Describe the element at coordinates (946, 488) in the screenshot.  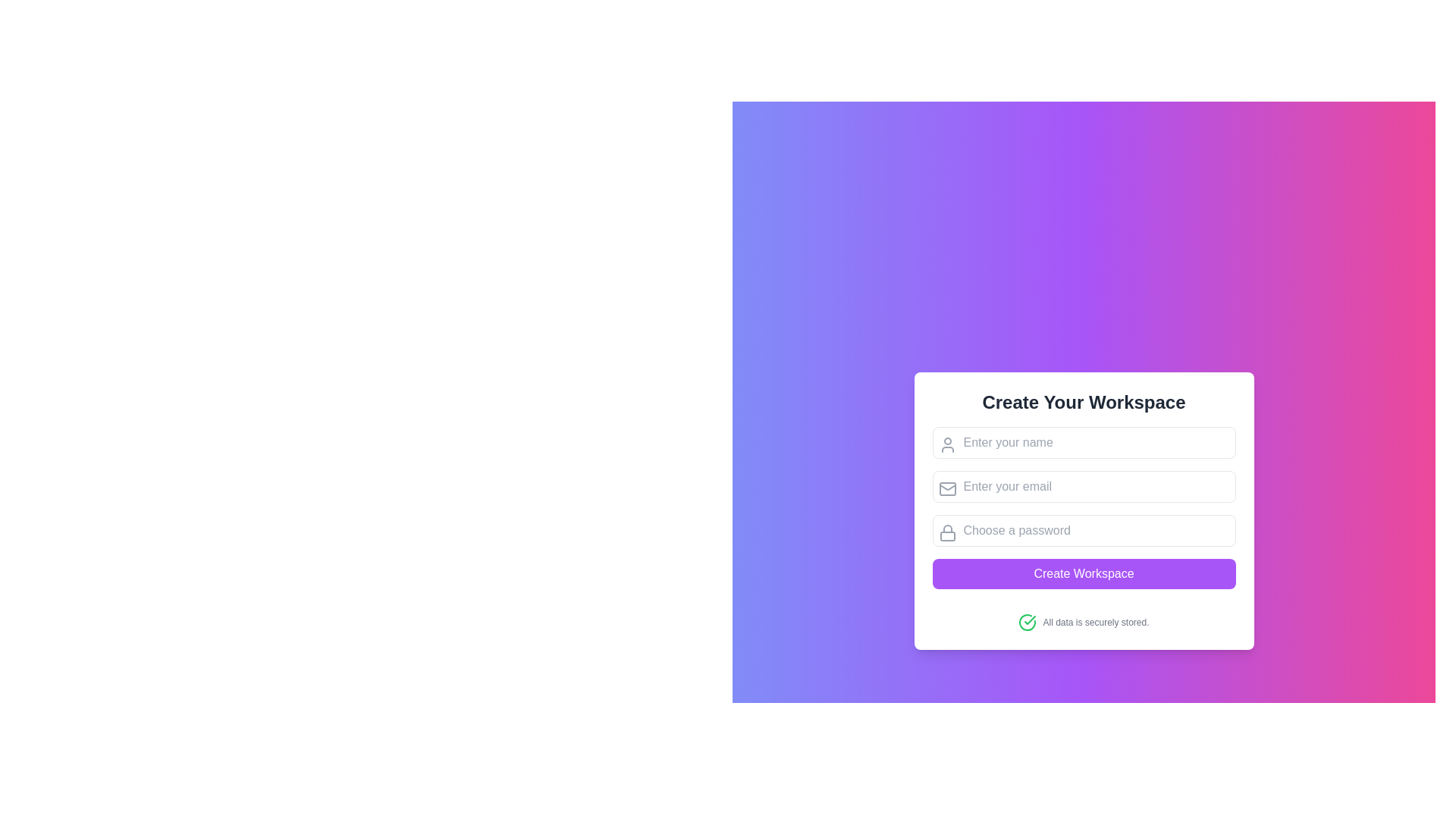
I see `graphical envelope icon component located next to the email input field, which is the second input field from the top within the form` at that location.